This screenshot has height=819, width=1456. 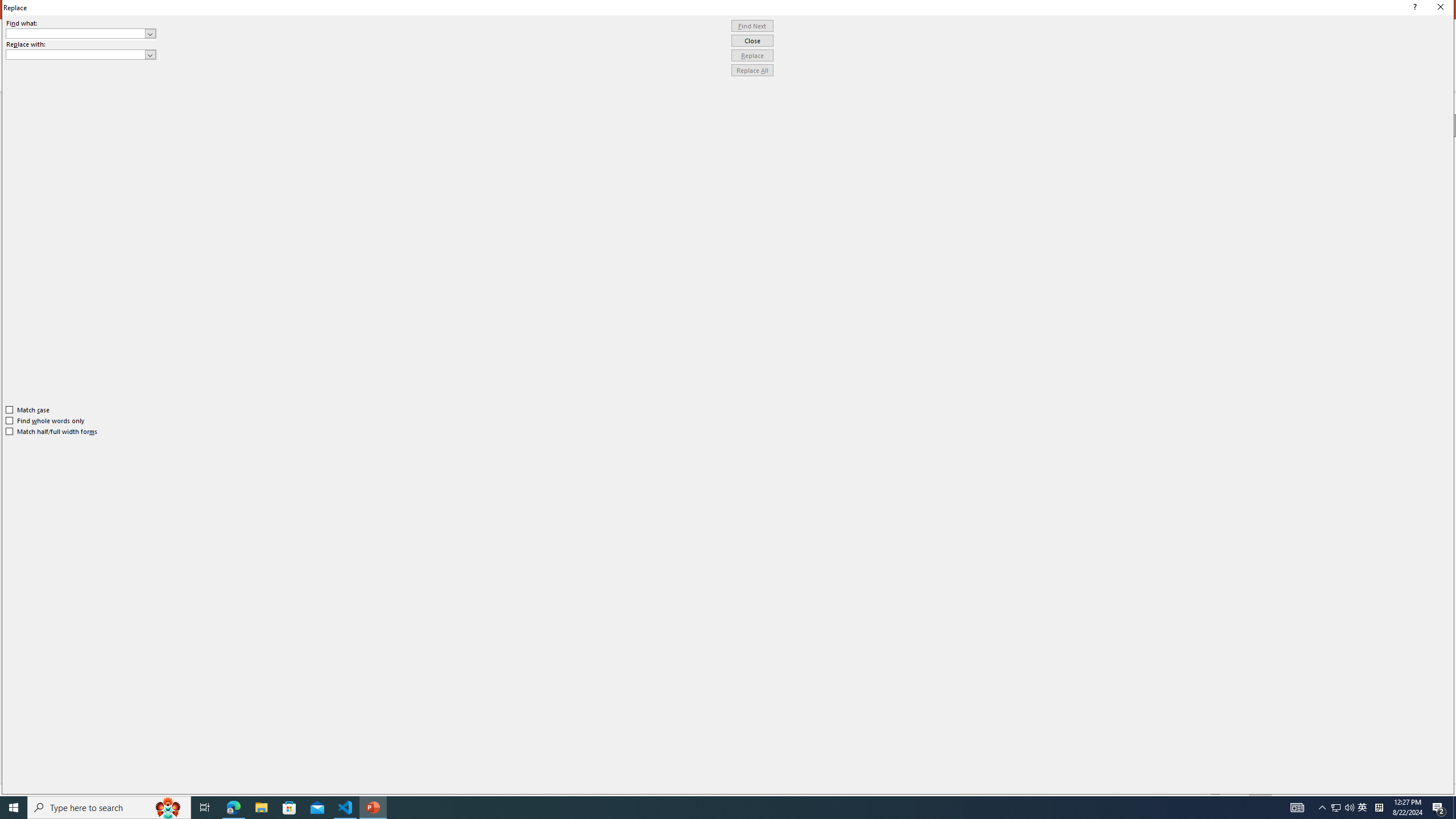 I want to click on 'Find Next', so click(x=752, y=26).